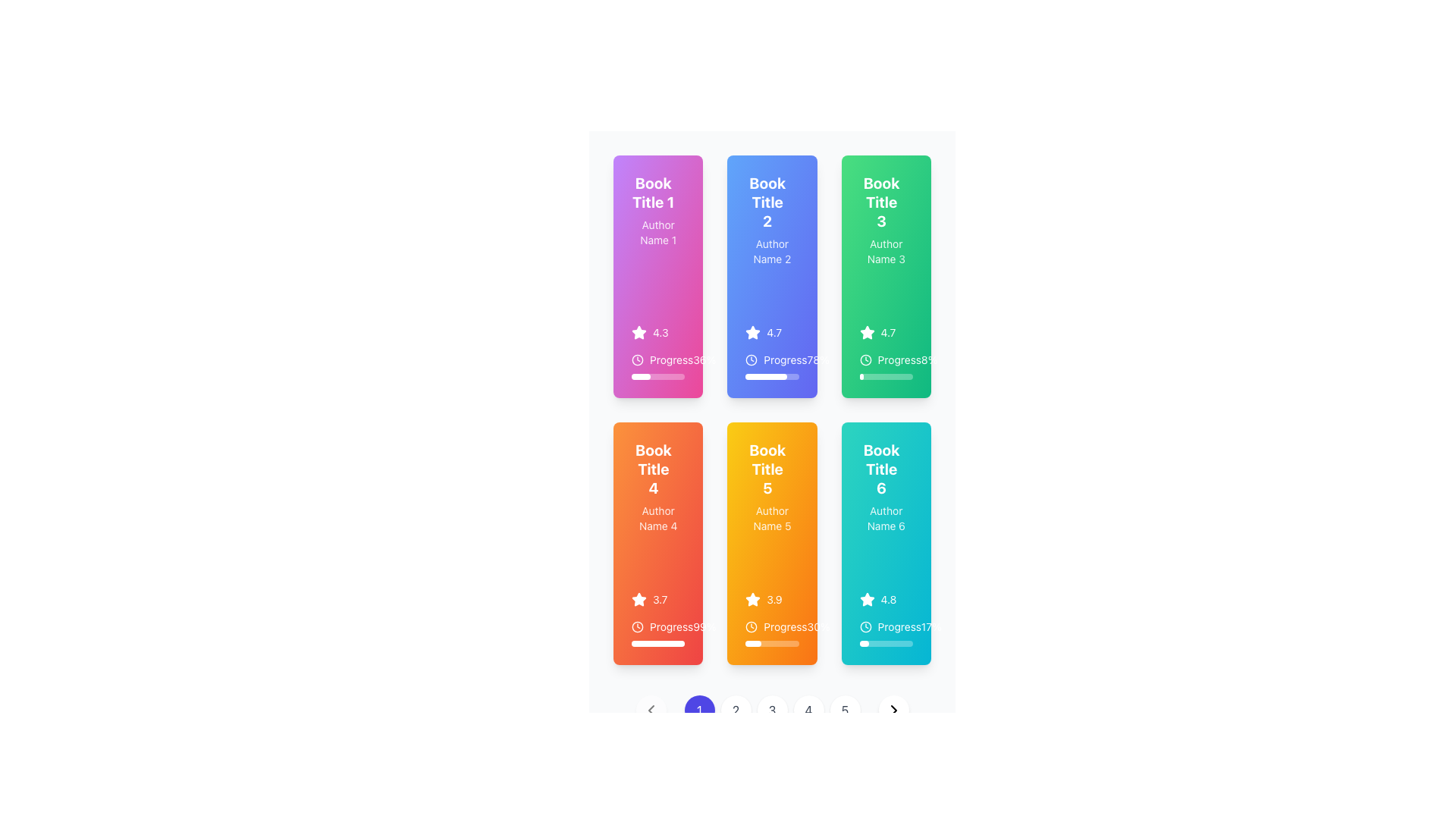 The image size is (1456, 819). I want to click on the heading or title text element that displays the title of a book within a grid of book cards, located in the second column of the second row with an orange background, so click(767, 468).